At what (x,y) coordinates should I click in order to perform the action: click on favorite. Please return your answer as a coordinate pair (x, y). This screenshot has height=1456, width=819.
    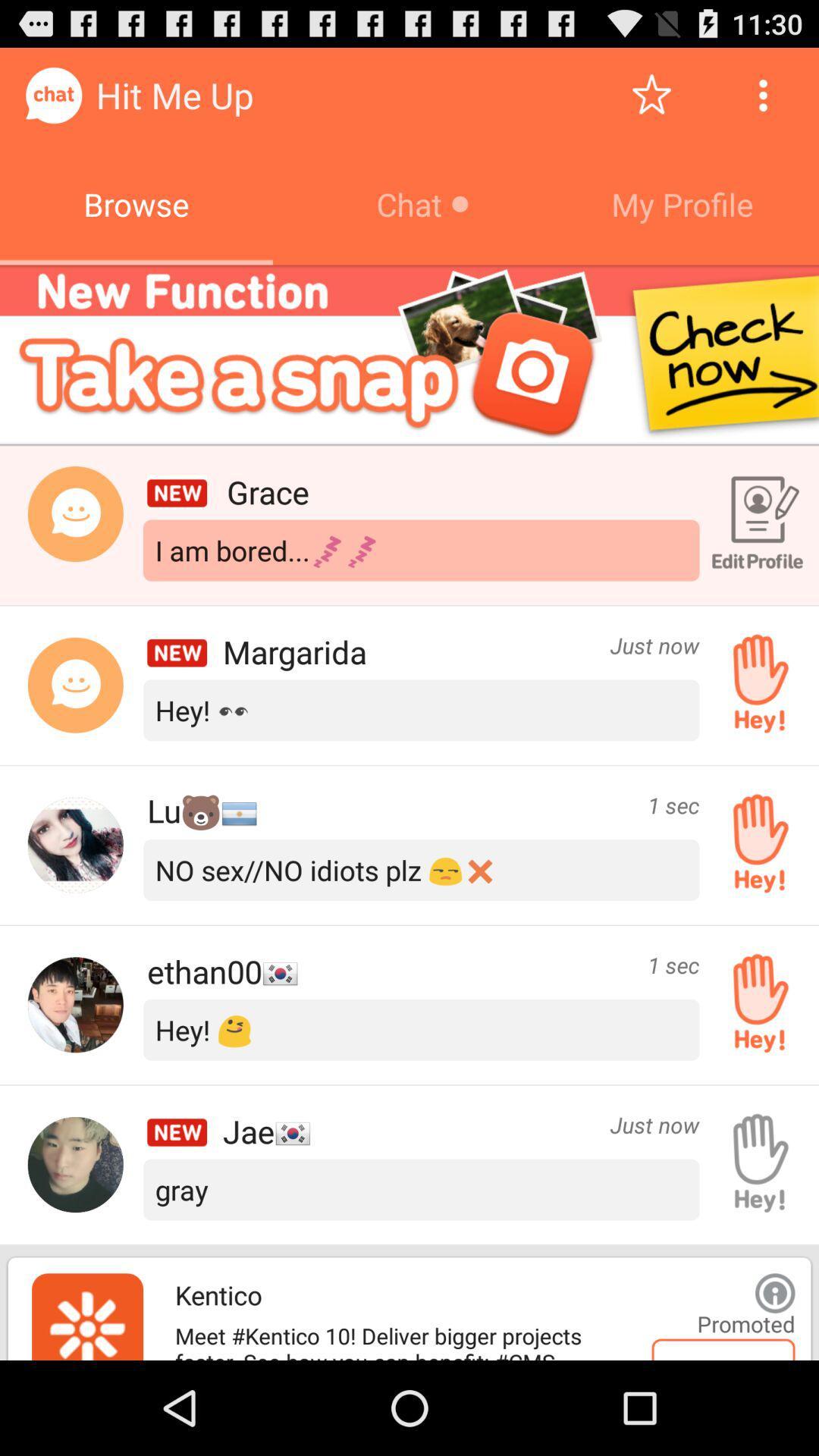
    Looking at the image, I should click on (651, 94).